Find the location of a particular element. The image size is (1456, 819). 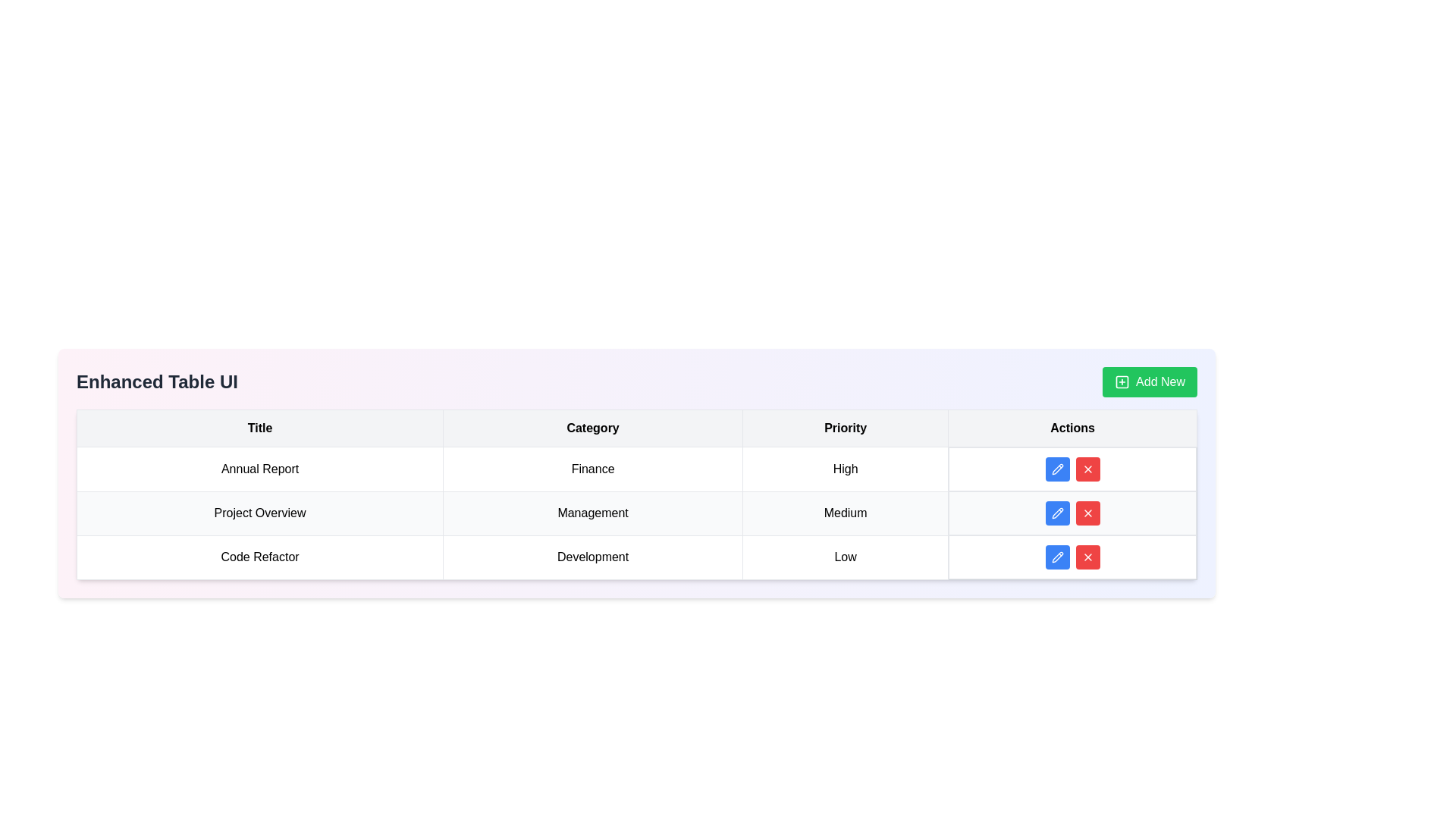

text on the 'Finance' label, which is the second column of the top row under the 'Category' header in the table is located at coordinates (592, 468).